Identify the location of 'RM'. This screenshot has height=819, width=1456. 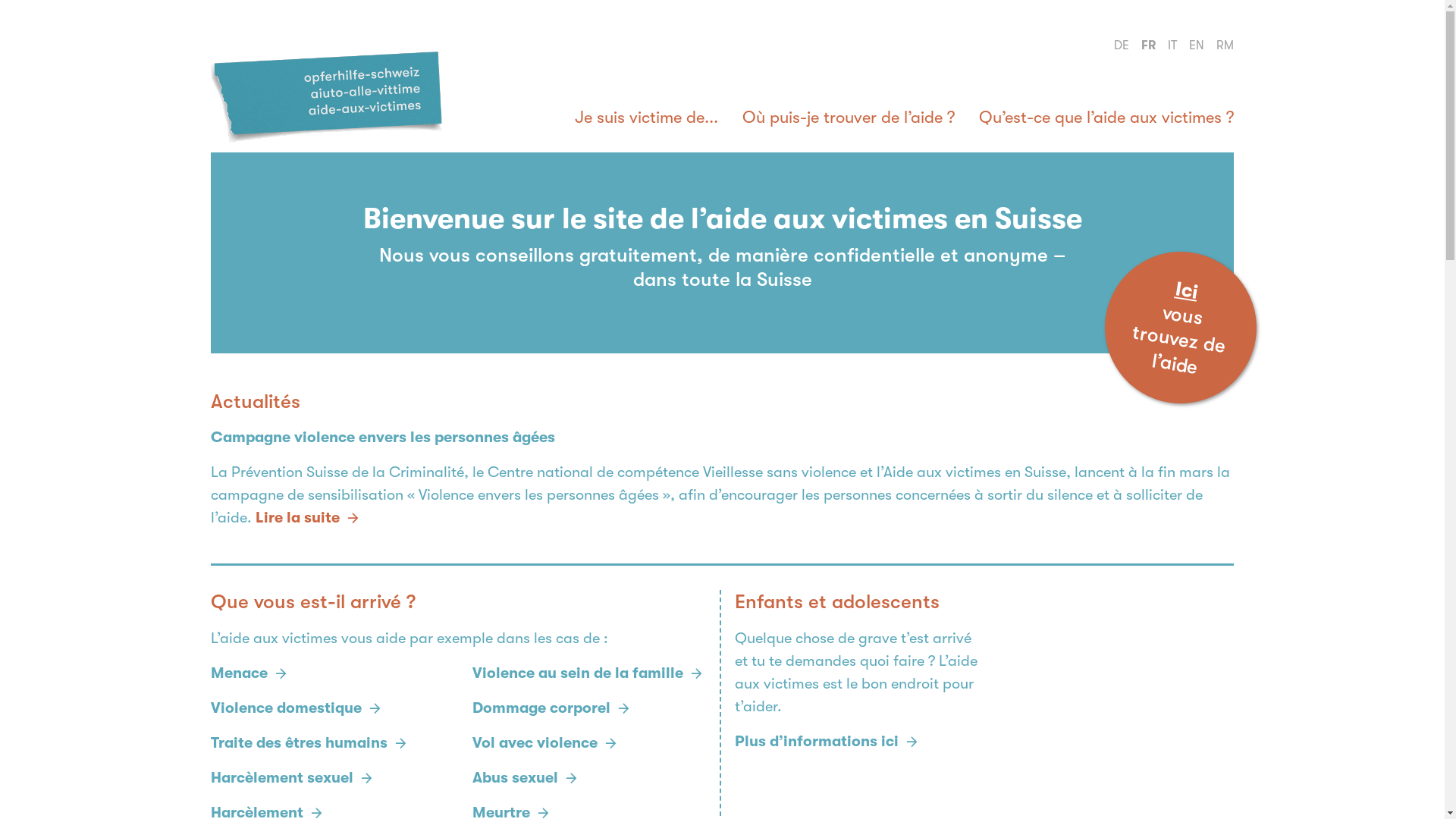
(1225, 45).